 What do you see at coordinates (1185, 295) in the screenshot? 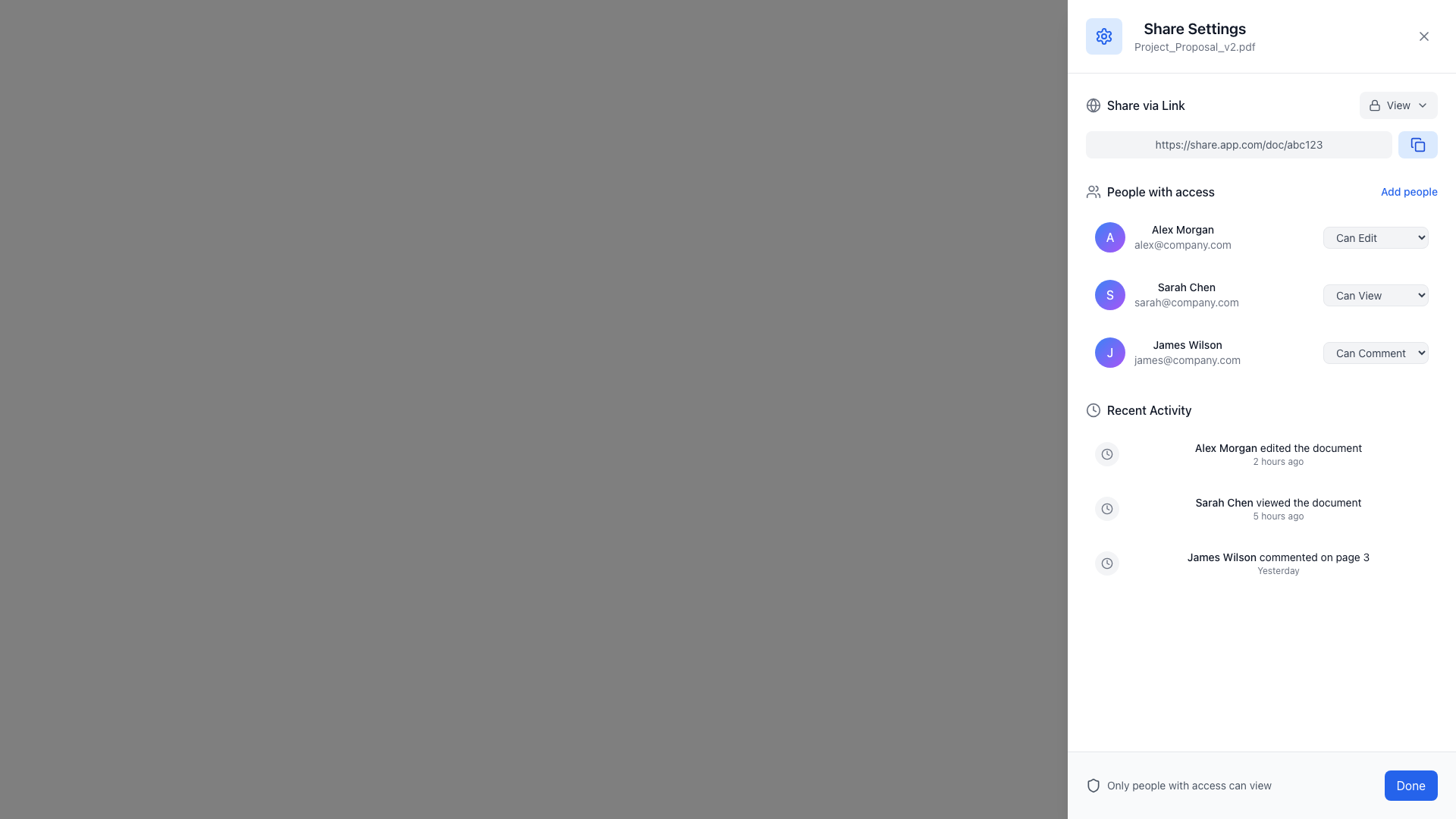
I see `the text display for 'Sarah Chen' which shows her name in bold and her email 'sarah@company.com' in a lighter font, located under the 'People with access' section` at bounding box center [1185, 295].